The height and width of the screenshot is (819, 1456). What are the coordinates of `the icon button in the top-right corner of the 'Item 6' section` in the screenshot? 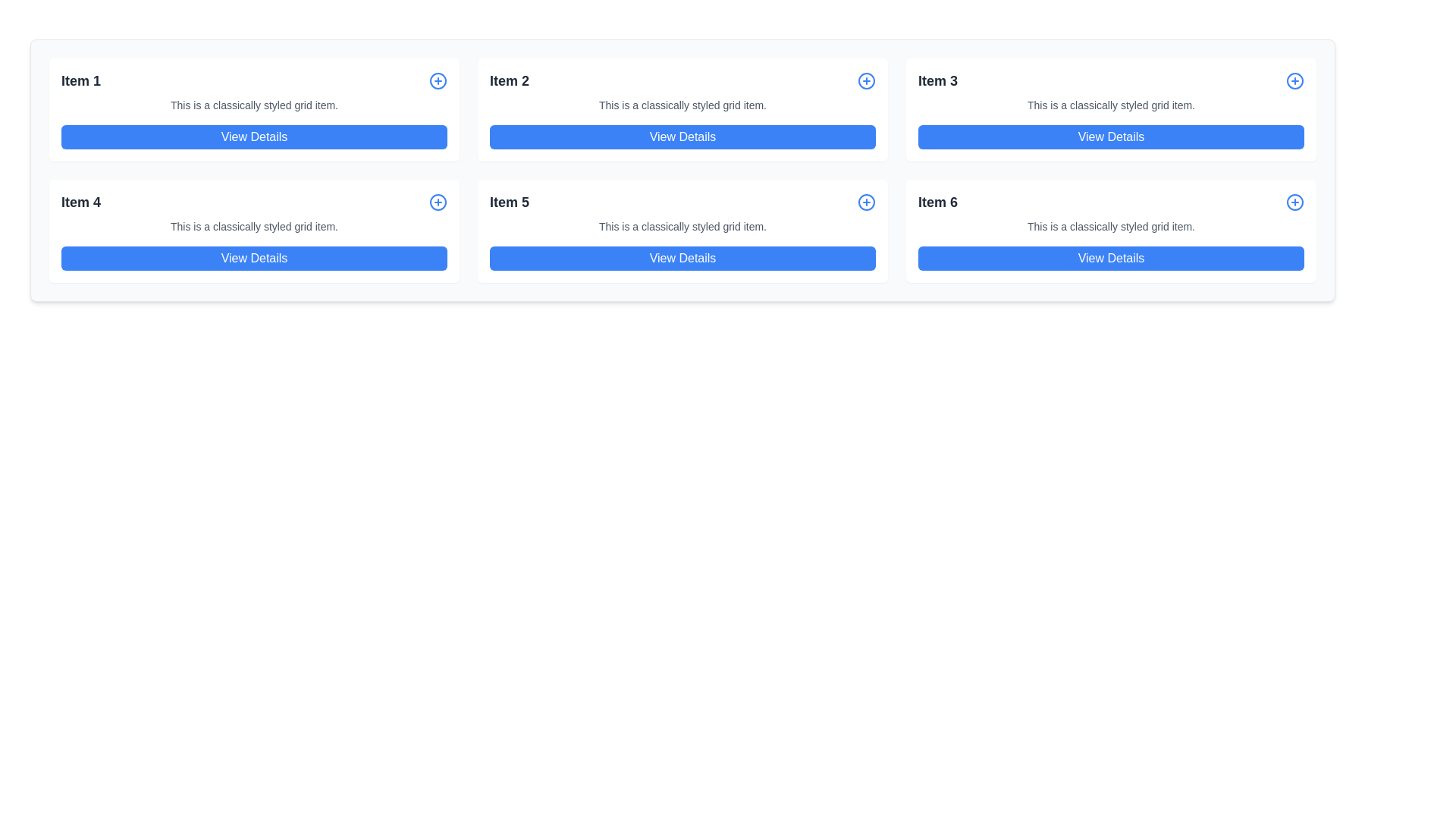 It's located at (1294, 201).